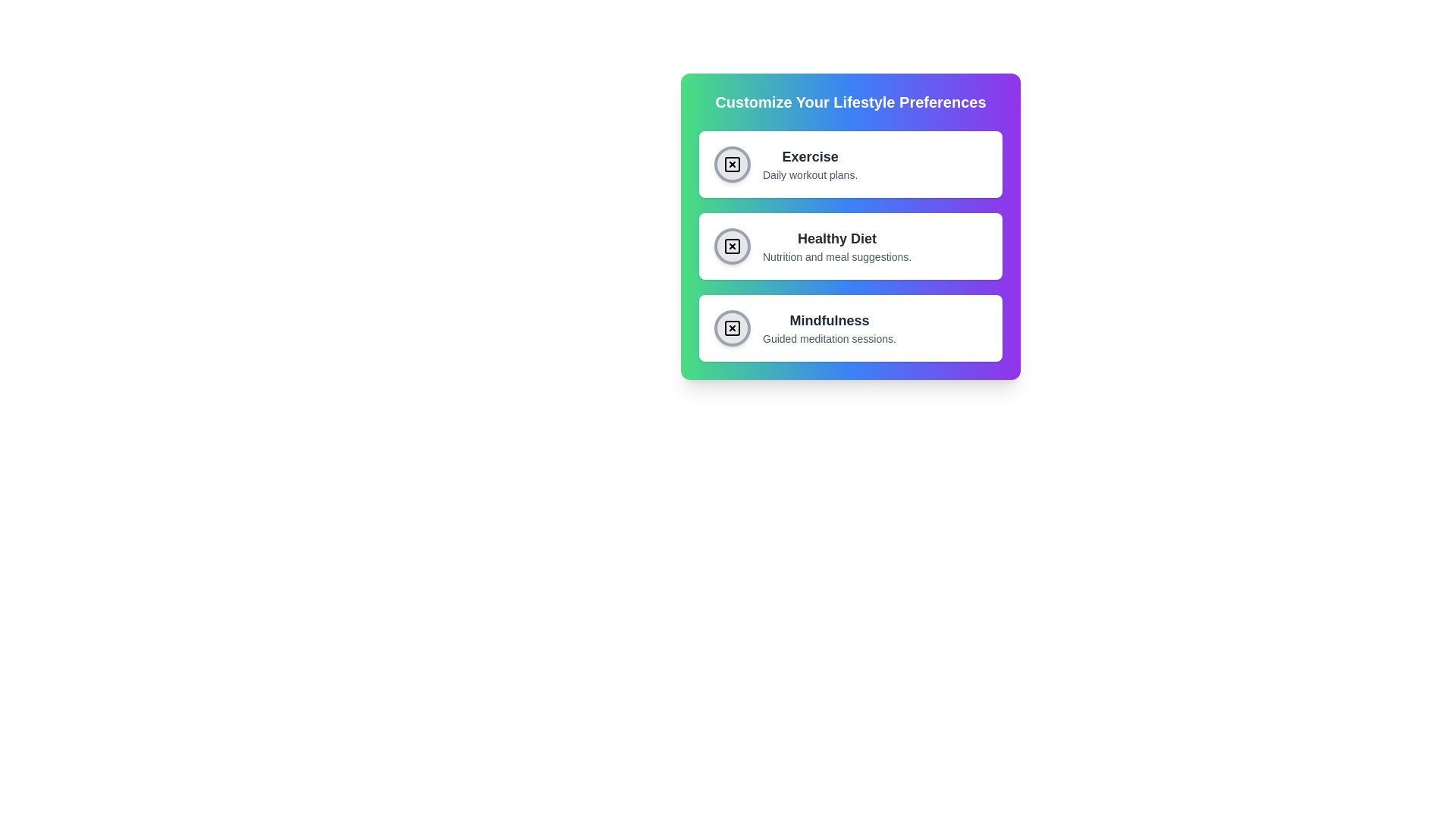 This screenshot has height=819, width=1456. What do you see at coordinates (732, 245) in the screenshot?
I see `the deletion icon associated with the 'Healthy Diet' option in the 'Customize Your Lifestyle Preferences' panel` at bounding box center [732, 245].